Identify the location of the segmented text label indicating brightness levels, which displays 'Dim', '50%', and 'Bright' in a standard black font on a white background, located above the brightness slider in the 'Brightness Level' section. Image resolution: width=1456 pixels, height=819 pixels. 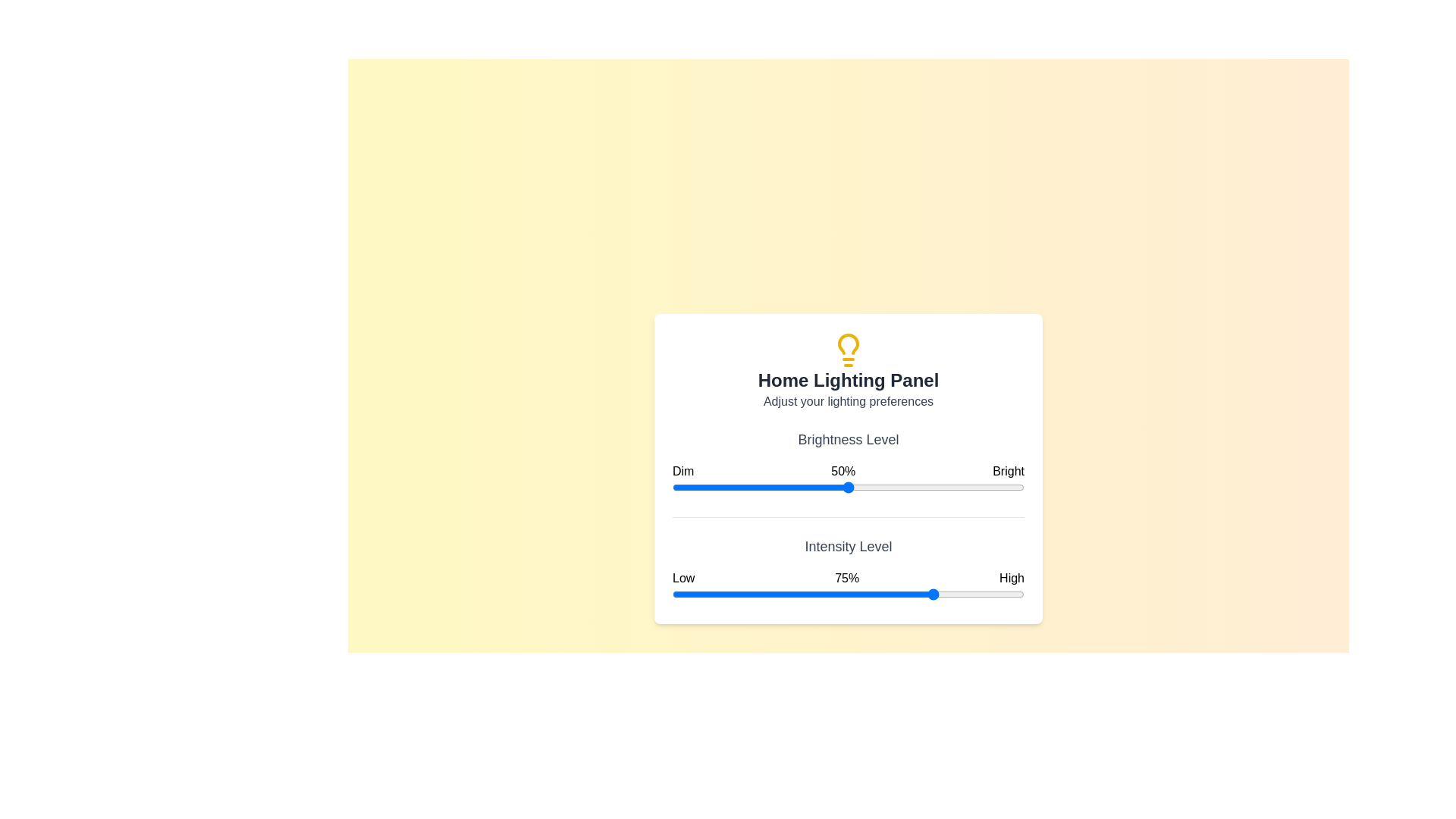
(847, 470).